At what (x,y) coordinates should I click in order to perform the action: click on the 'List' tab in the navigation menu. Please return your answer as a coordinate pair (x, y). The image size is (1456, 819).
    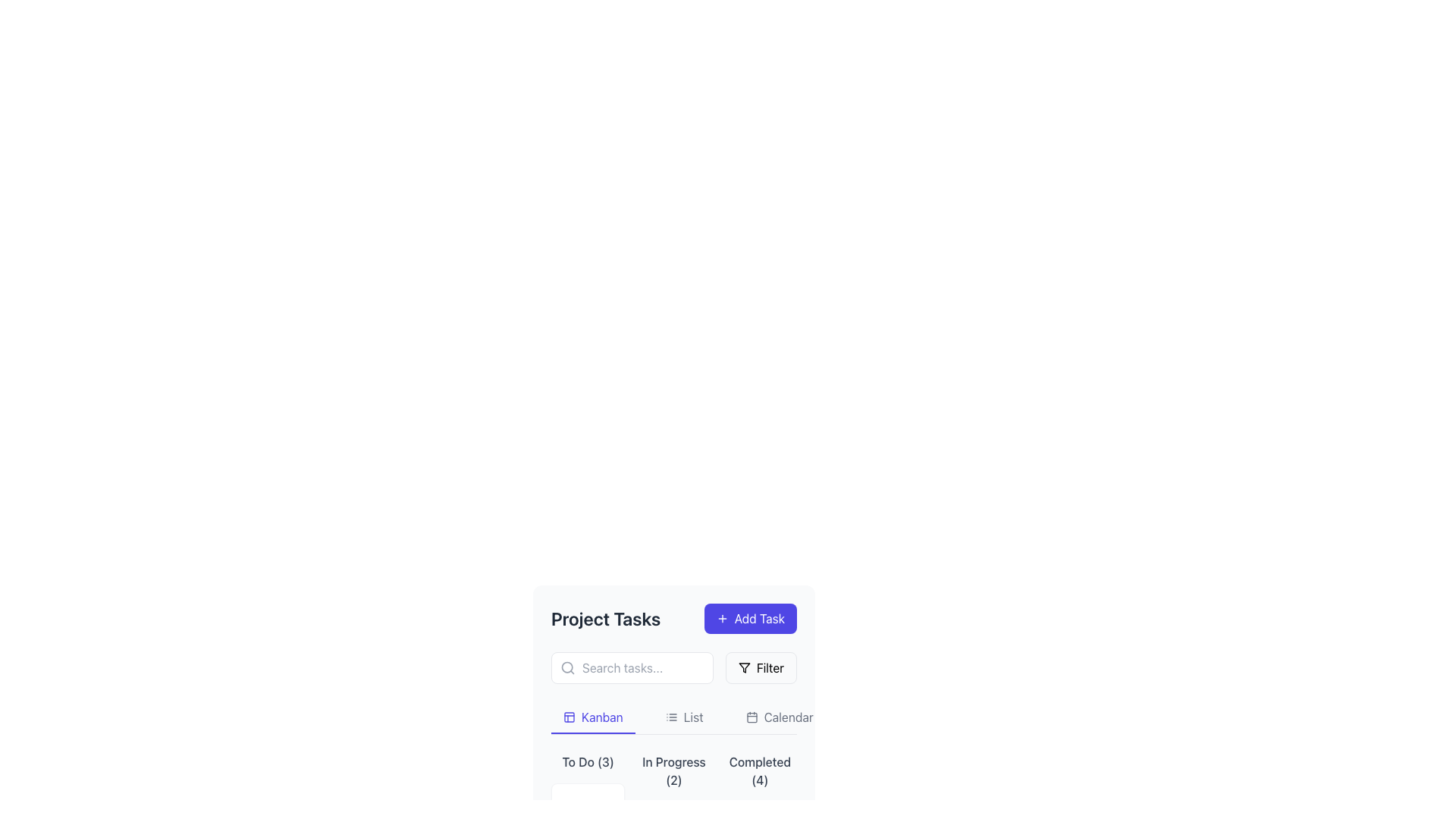
    Looking at the image, I should click on (673, 717).